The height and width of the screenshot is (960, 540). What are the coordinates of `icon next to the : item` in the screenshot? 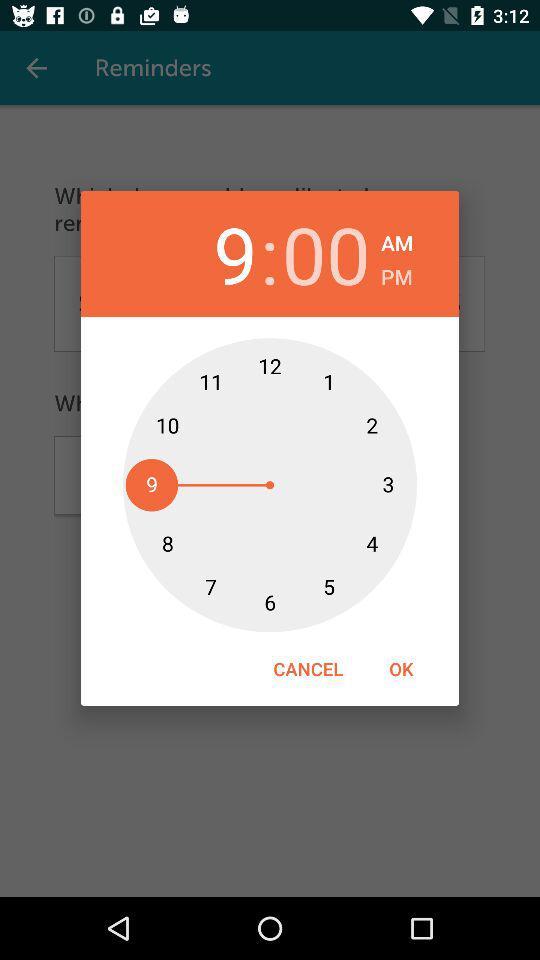 It's located at (326, 253).